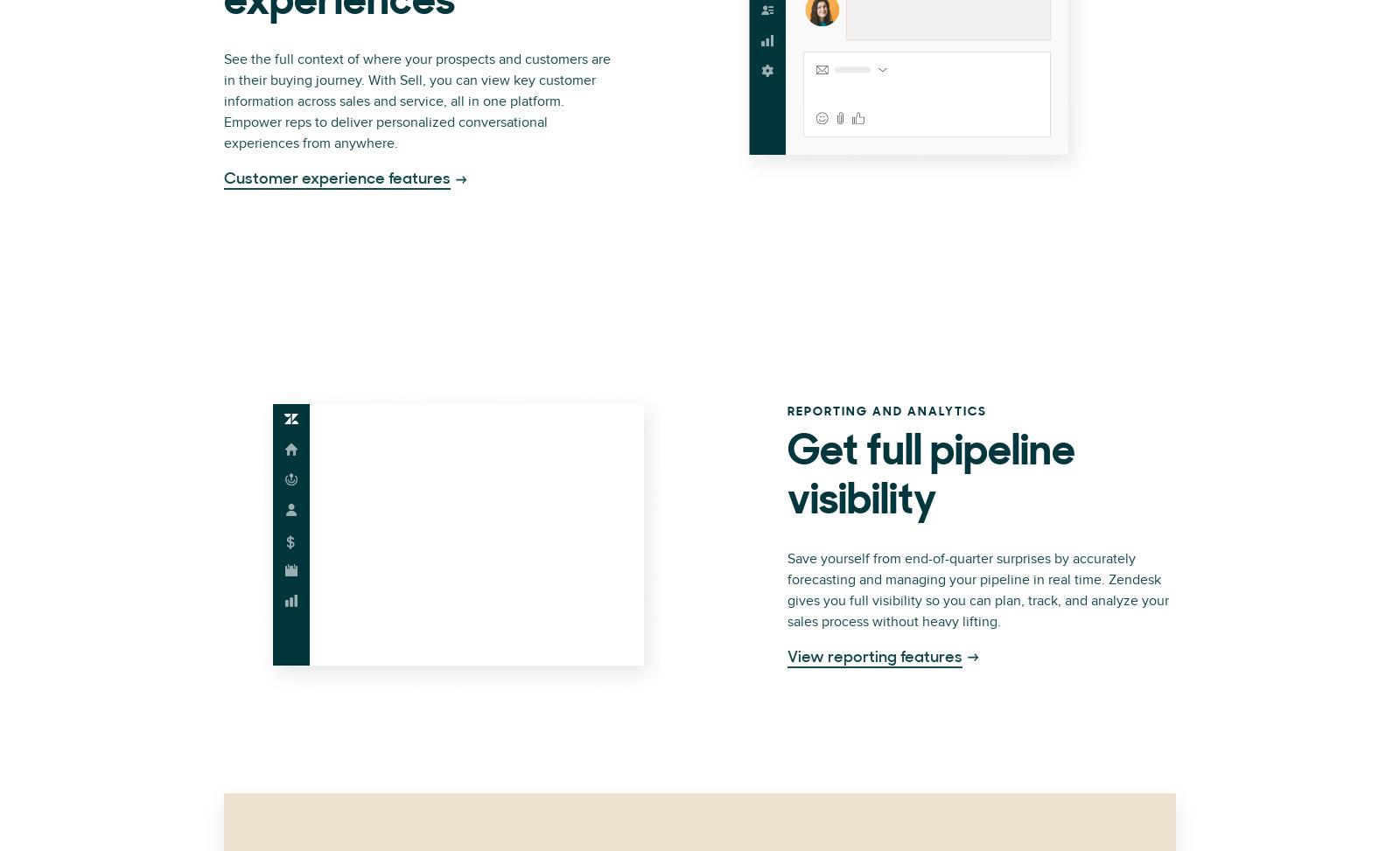 Image resolution: width=1400 pixels, height=851 pixels. Describe the element at coordinates (439, 22) in the screenshot. I see `'Our Products'` at that location.